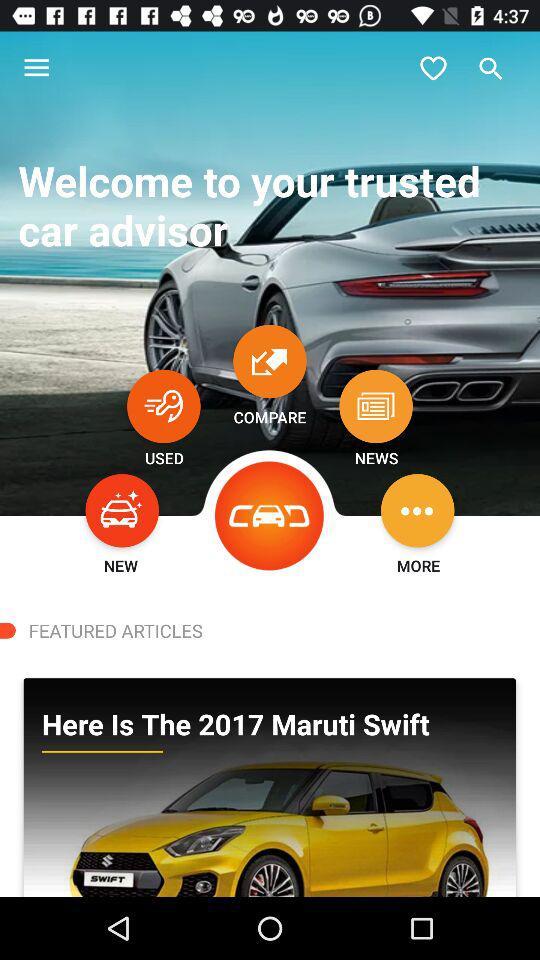  What do you see at coordinates (270, 515) in the screenshot?
I see `main` at bounding box center [270, 515].